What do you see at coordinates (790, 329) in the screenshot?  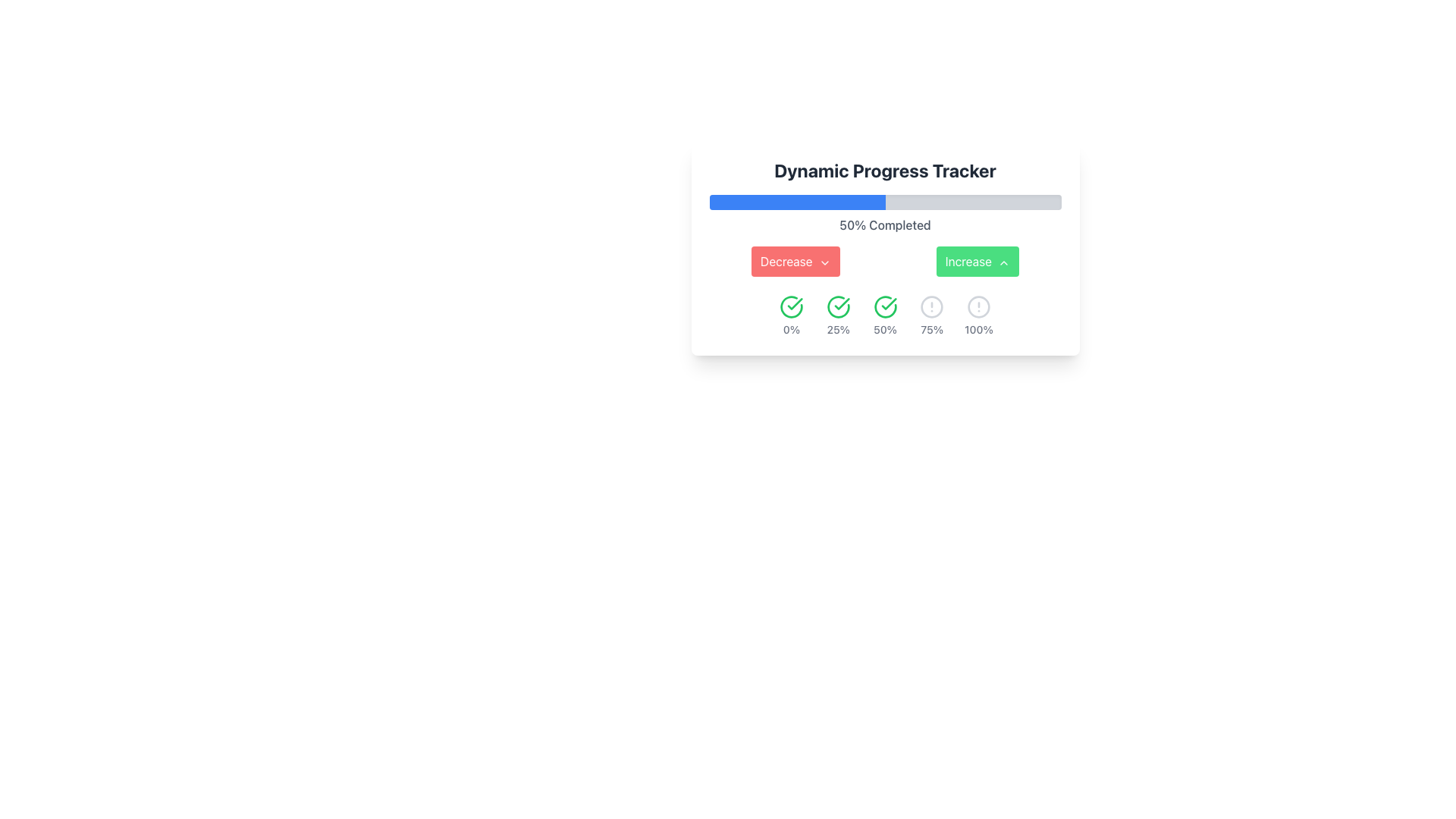 I see `the Text Display element showing '0%' percentage, which is styled in light gray and positioned below a circular graphical element` at bounding box center [790, 329].